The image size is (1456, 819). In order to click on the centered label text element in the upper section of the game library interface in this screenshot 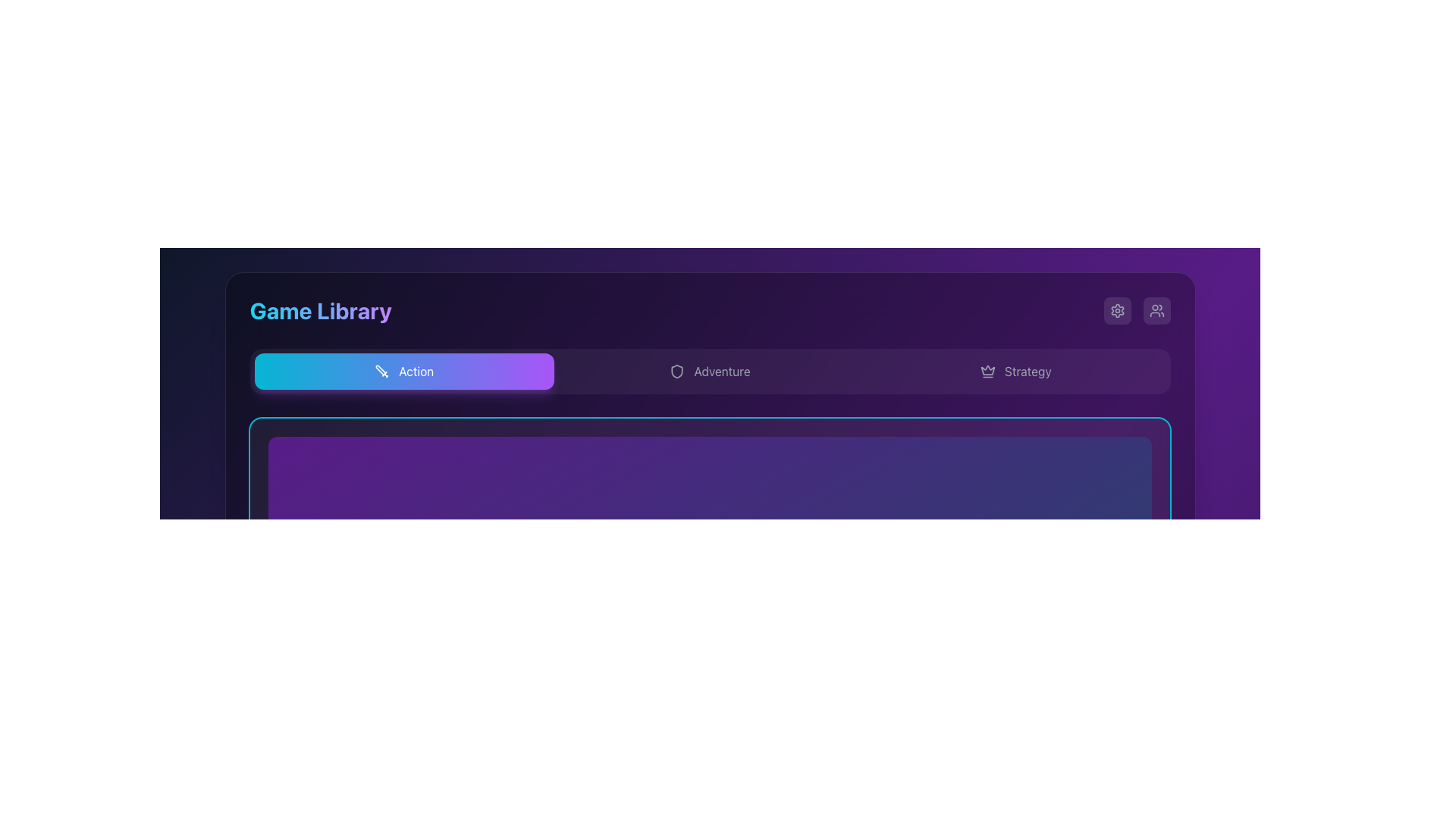, I will do `click(721, 371)`.